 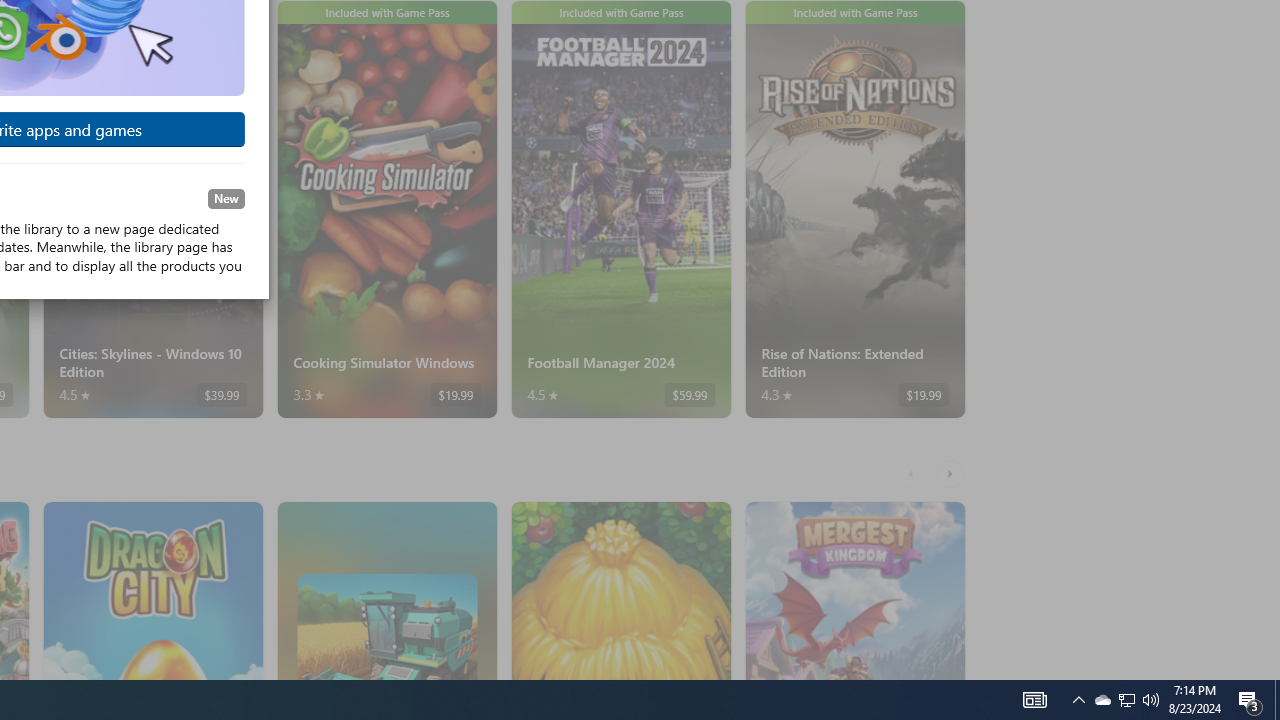 What do you see at coordinates (912, 473) in the screenshot?
I see `'AutomationID: LeftScrollButton'` at bounding box center [912, 473].